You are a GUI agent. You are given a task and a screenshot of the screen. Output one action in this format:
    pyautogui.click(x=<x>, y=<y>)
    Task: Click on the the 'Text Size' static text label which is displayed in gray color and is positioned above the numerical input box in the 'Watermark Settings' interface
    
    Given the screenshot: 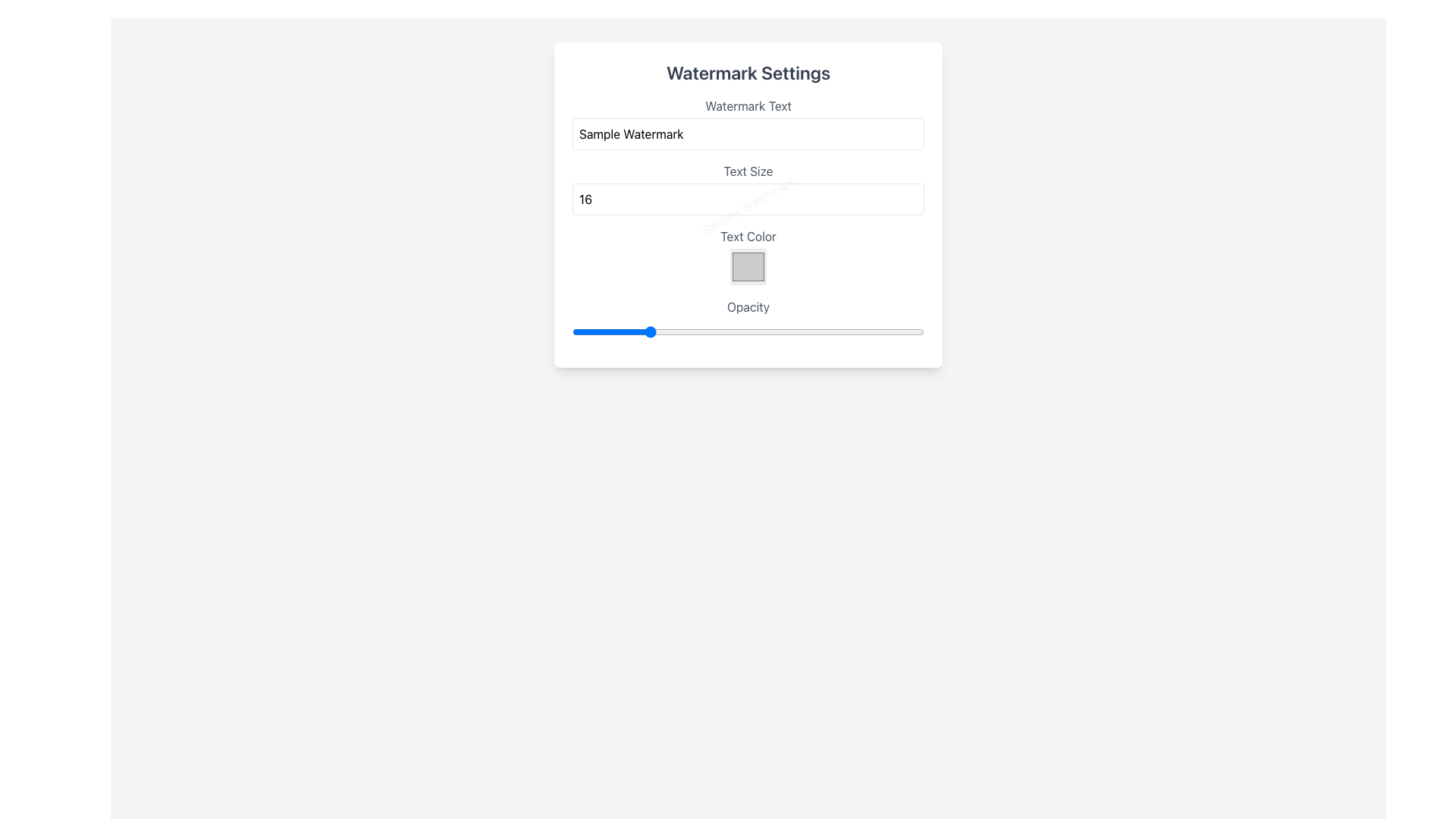 What is the action you would take?
    pyautogui.click(x=748, y=171)
    